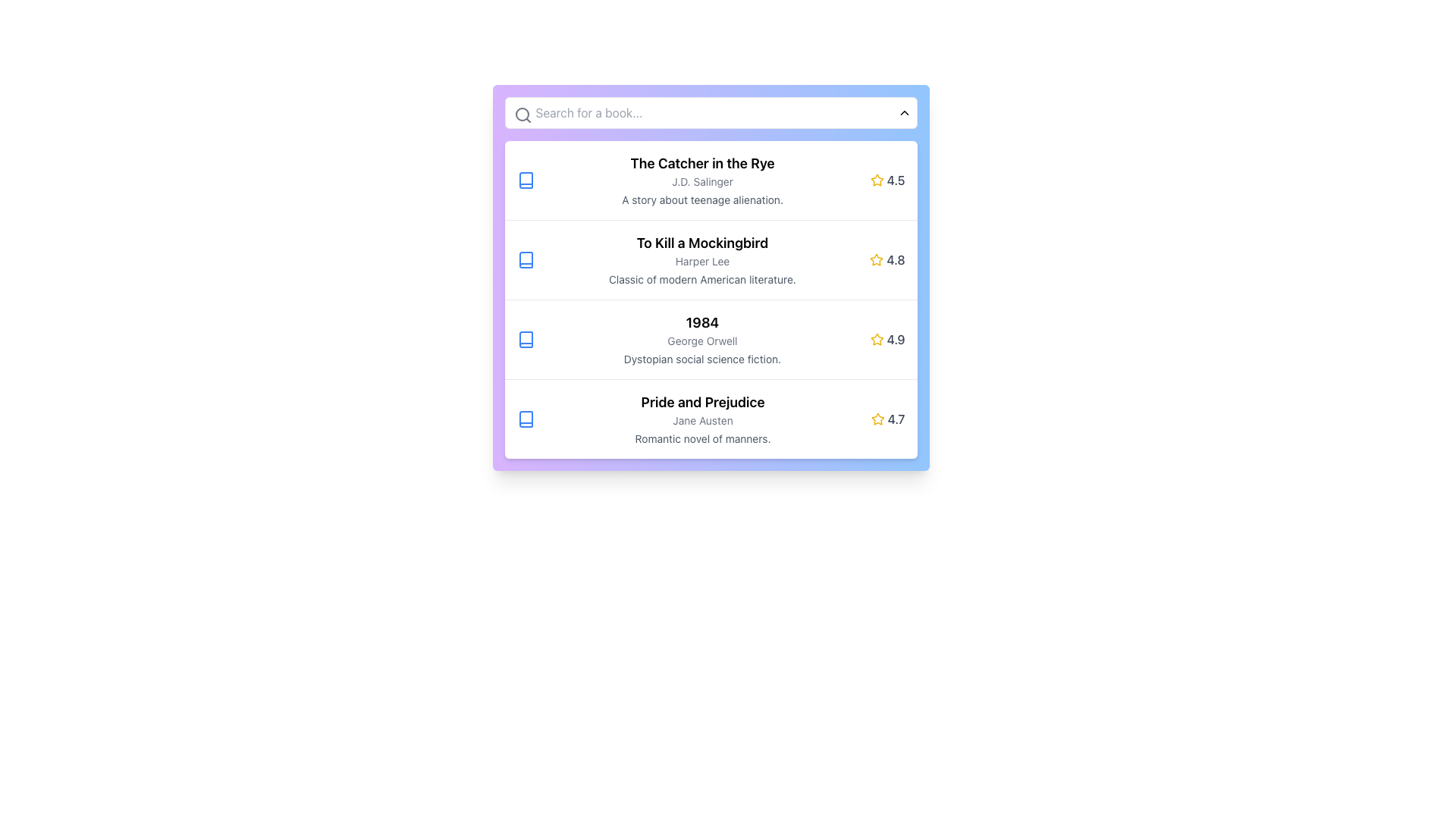  I want to click on the static text element displaying the title of the book, located within the content block above the author name 'Jane Austen' and below the entry for '1984', so click(701, 402).